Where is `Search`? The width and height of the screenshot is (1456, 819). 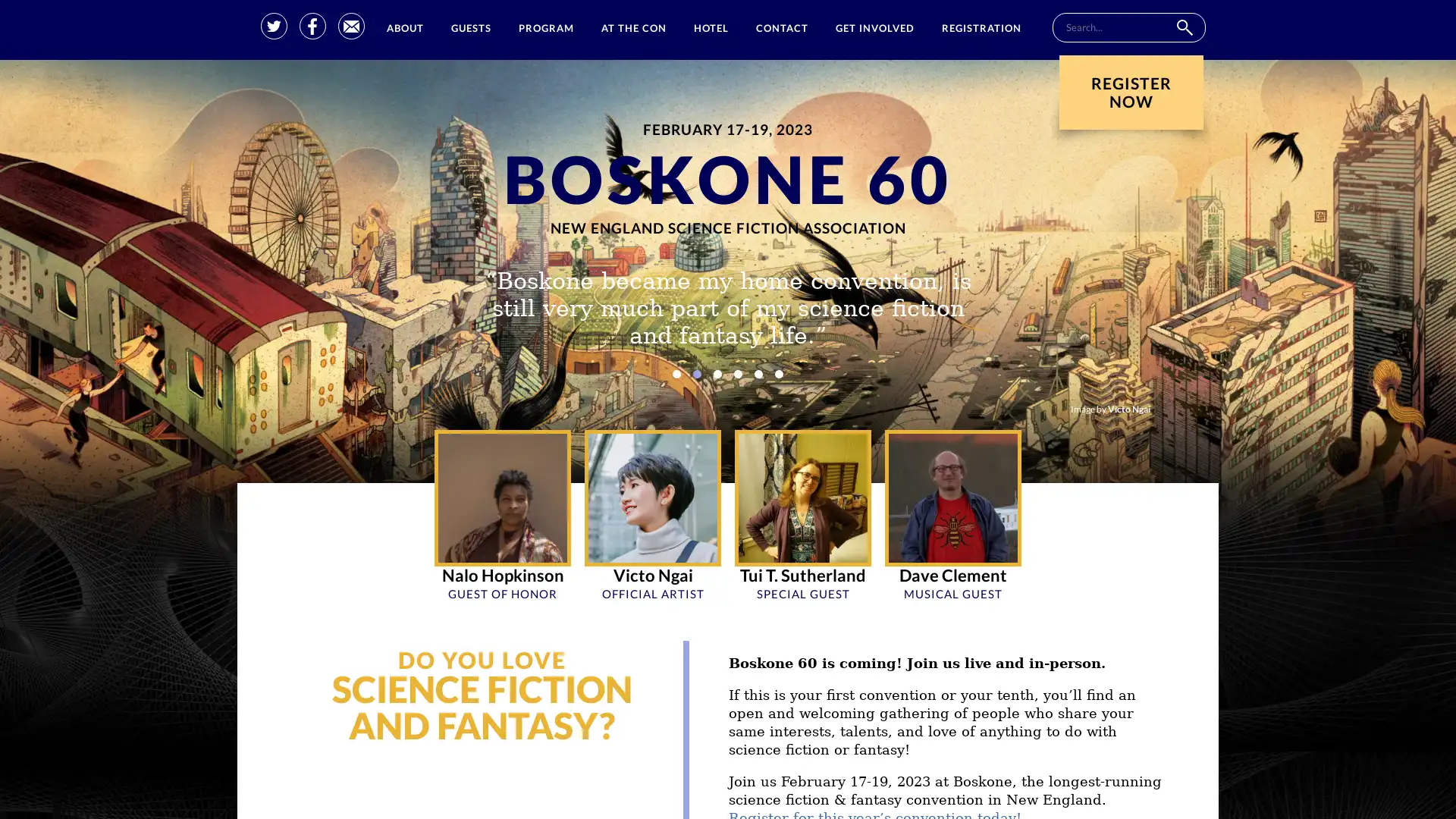
Search is located at coordinates (1183, 27).